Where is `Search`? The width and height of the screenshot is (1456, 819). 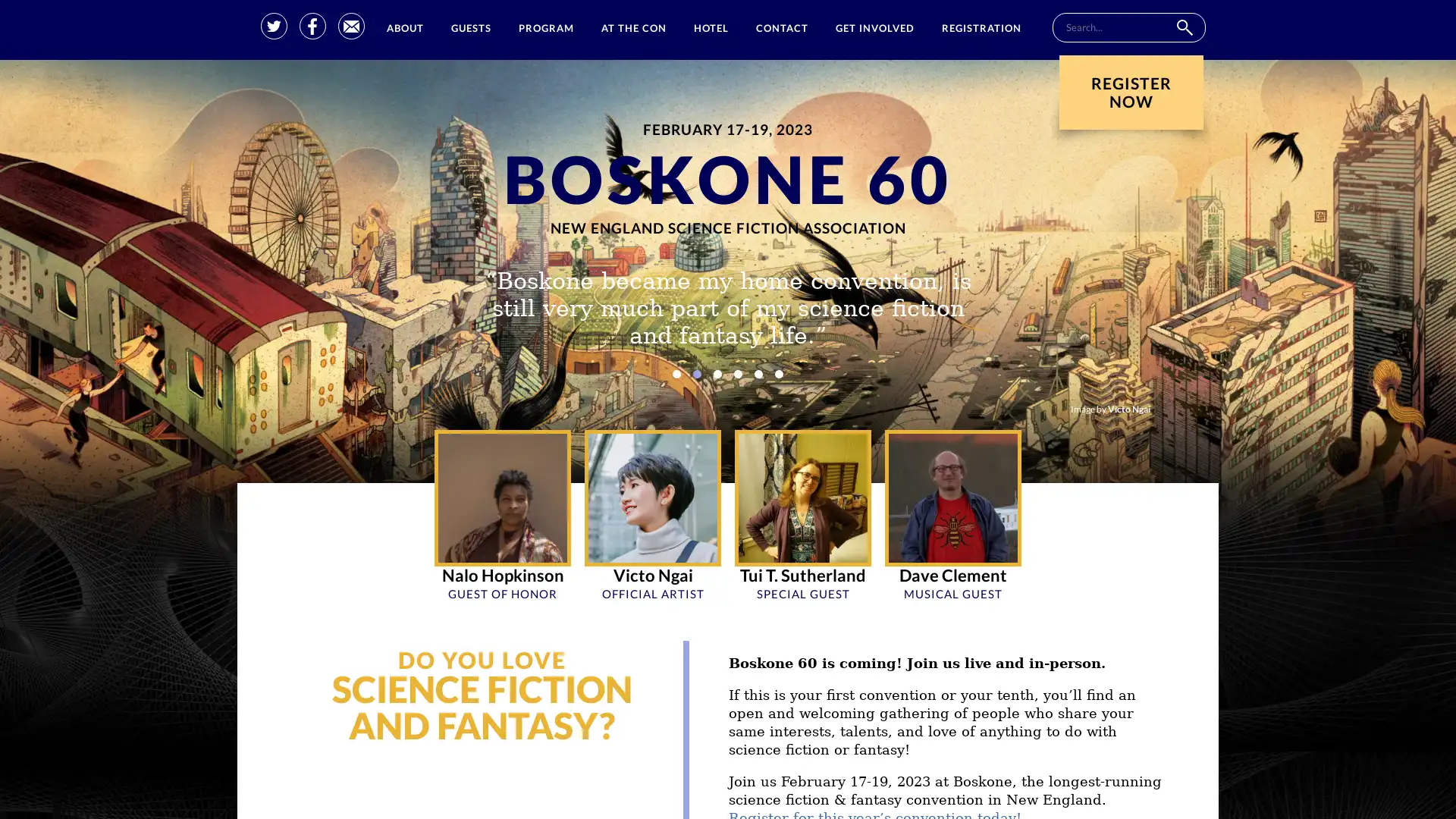
Search is located at coordinates (1183, 27).